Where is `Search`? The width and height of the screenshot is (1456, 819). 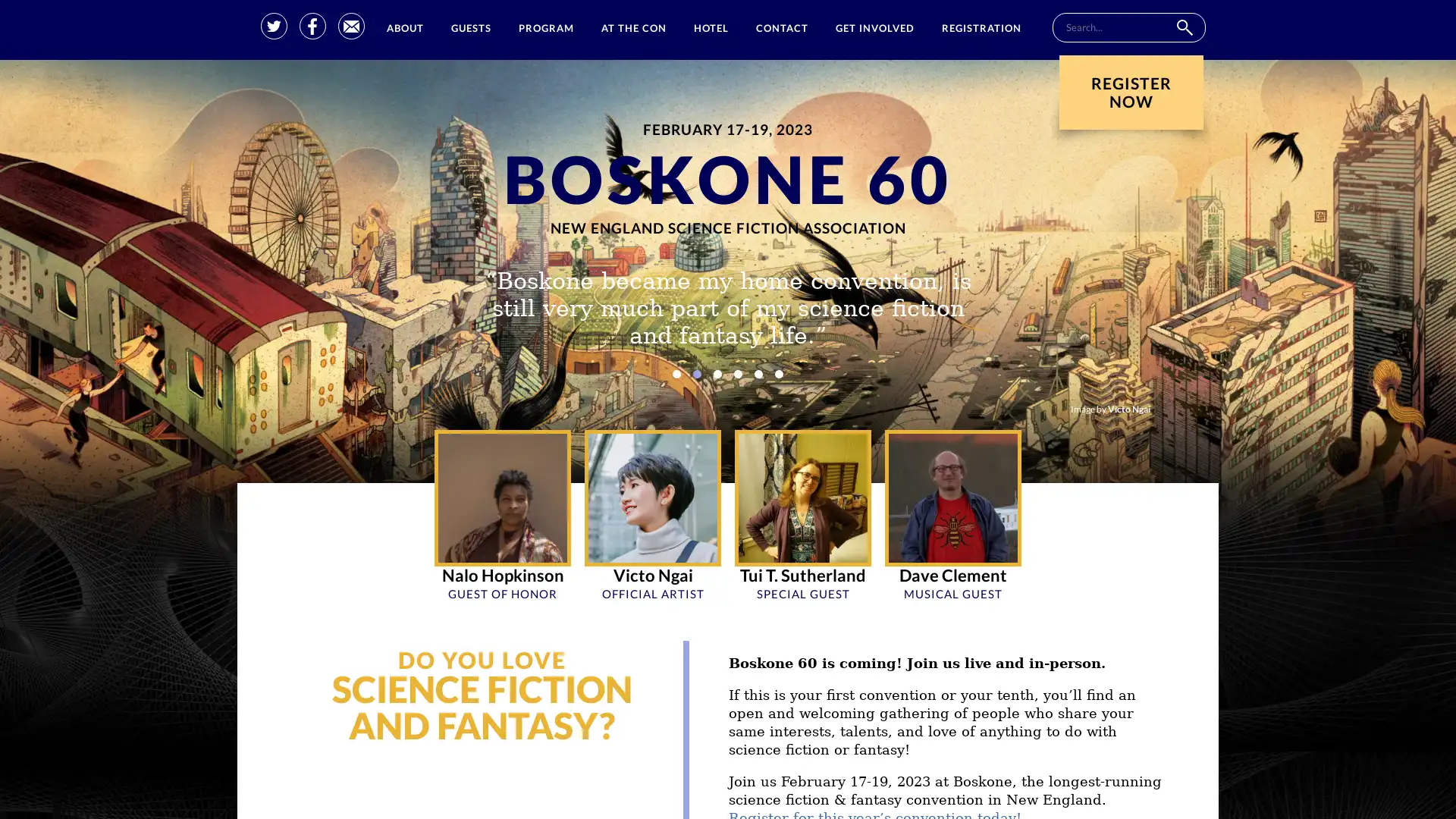
Search is located at coordinates (1183, 27).